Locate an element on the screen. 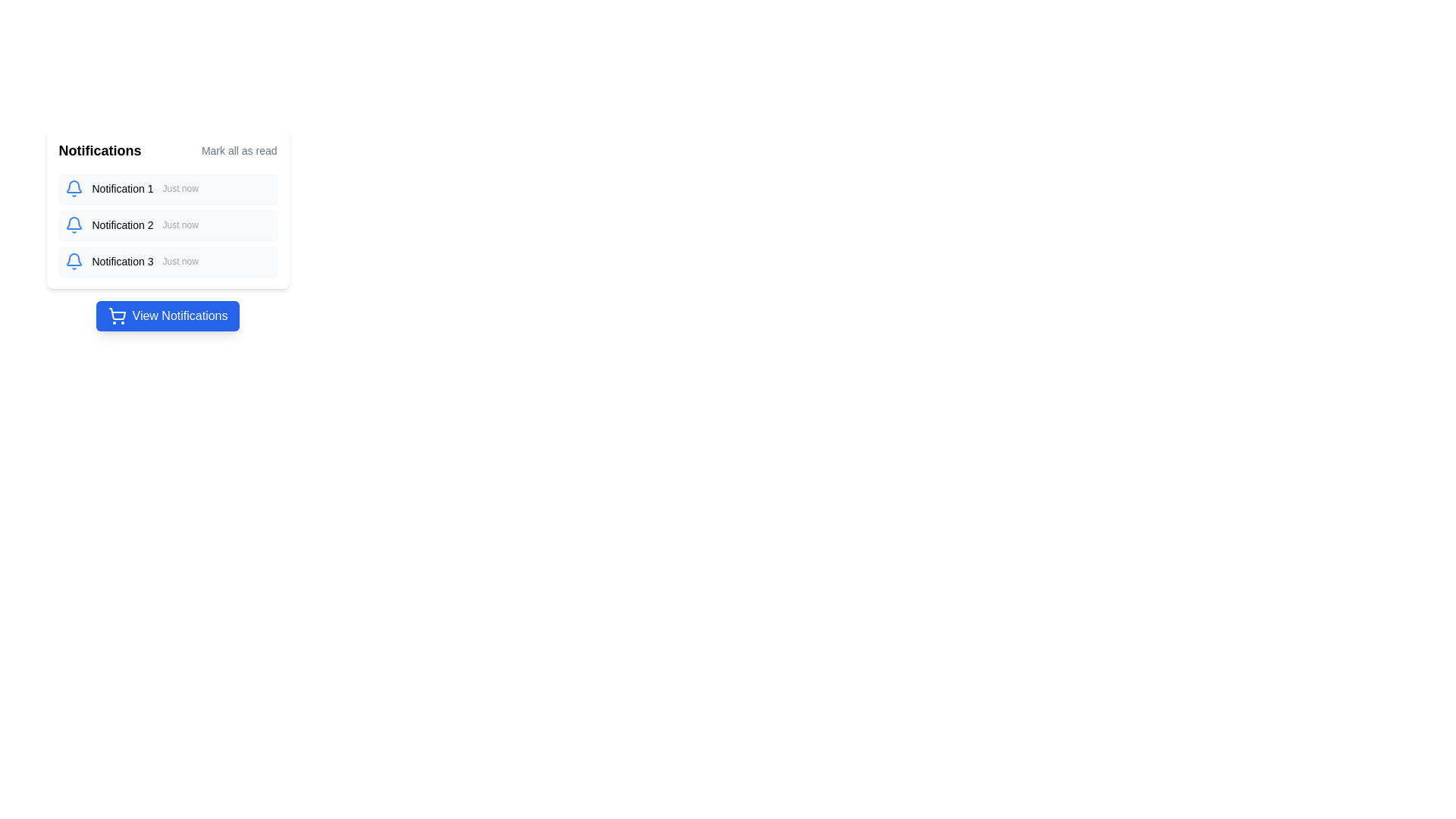 The width and height of the screenshot is (1456, 819). the static text label displaying 'Notification 3', which is styled with a small font size and medium font weight, located next to a blue bell icon in a vertically stacked list of notifications is located at coordinates (123, 260).